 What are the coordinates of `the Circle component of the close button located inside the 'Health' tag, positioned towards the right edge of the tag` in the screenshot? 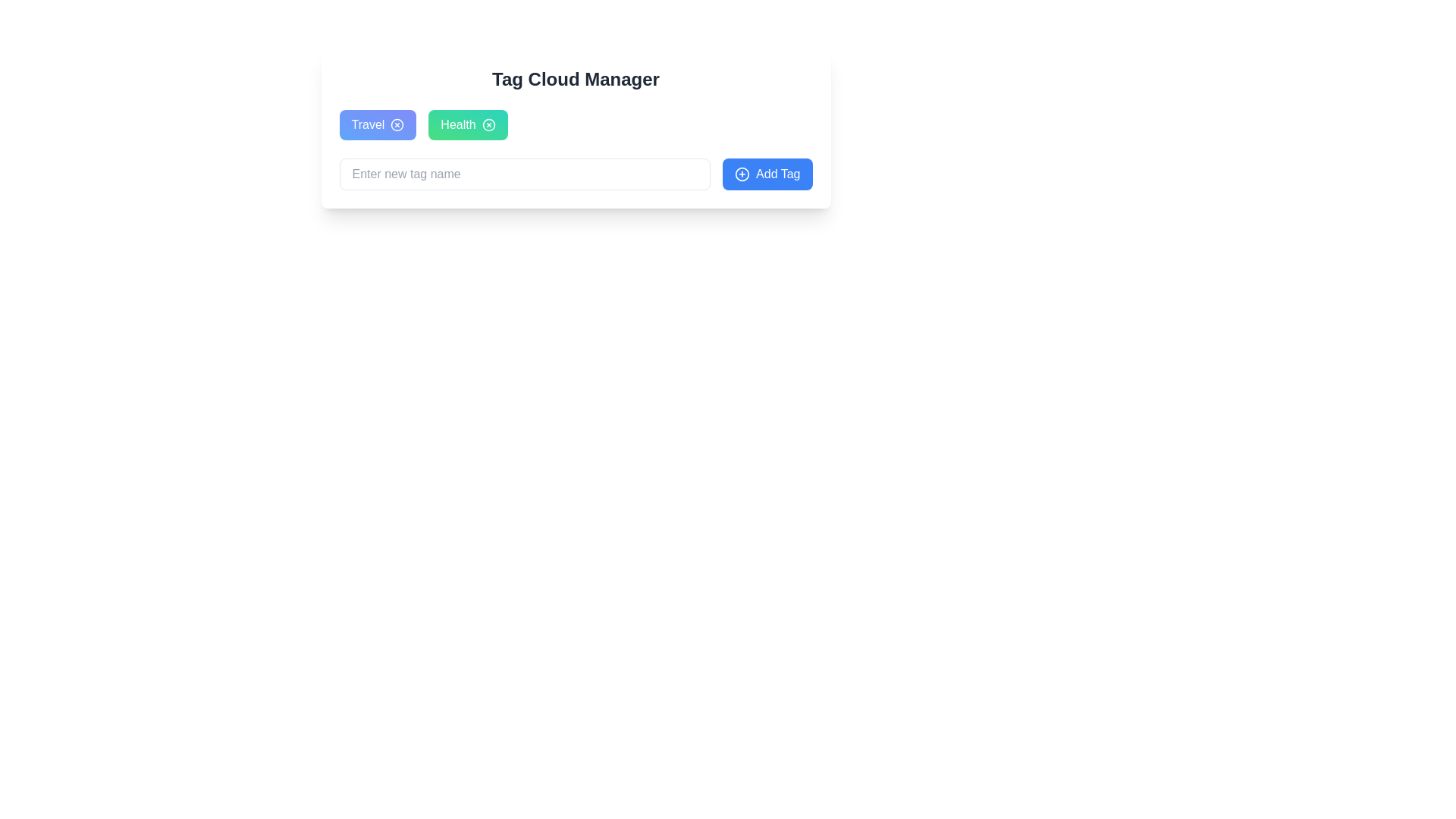 It's located at (488, 124).